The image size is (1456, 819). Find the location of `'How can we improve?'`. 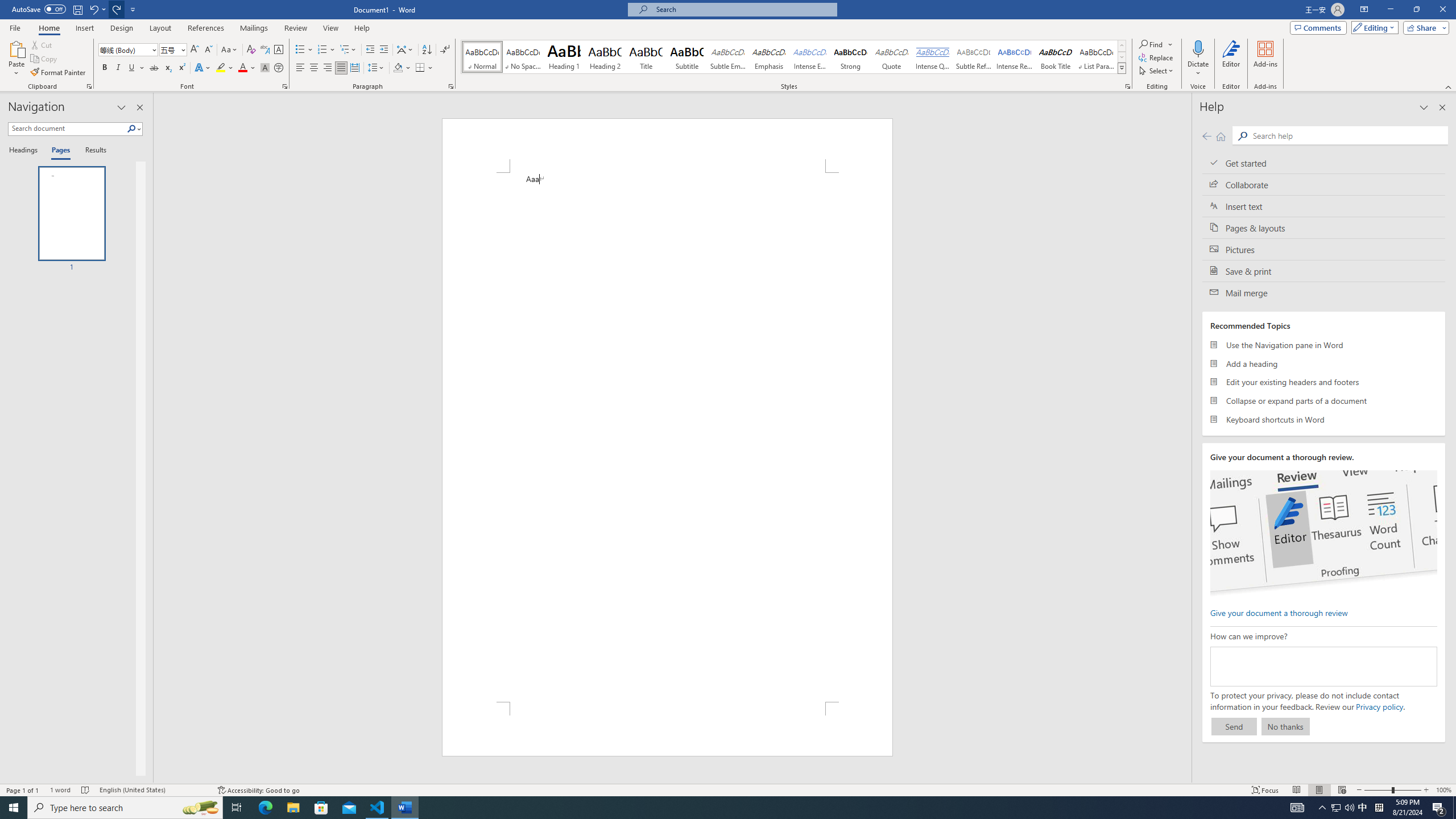

'How can we improve?' is located at coordinates (1323, 666).